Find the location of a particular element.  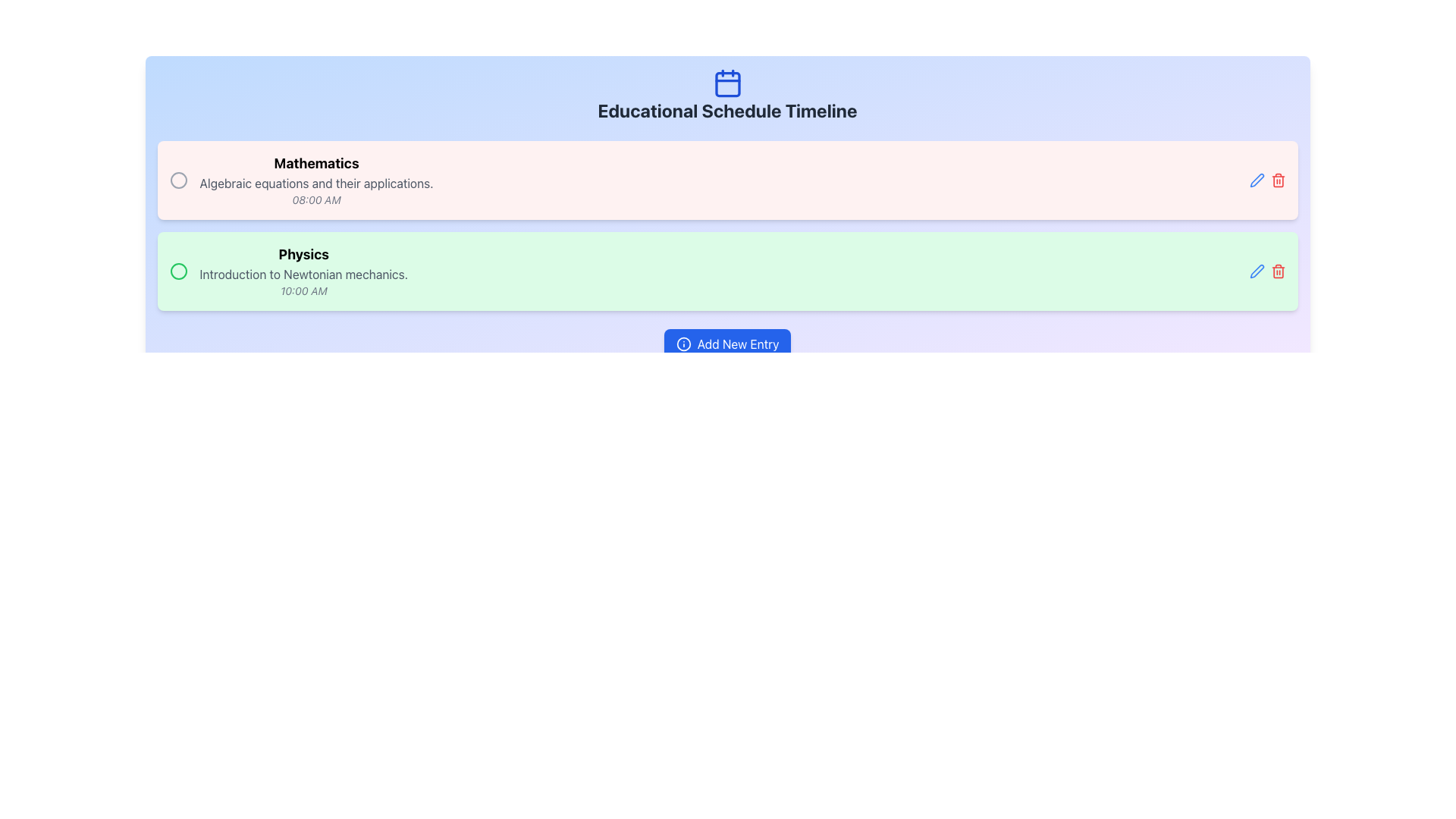

the title or heading text that indicates the purpose of the educational schedule timeline, located at the top-center of the interface, below the calendar icon is located at coordinates (726, 110).